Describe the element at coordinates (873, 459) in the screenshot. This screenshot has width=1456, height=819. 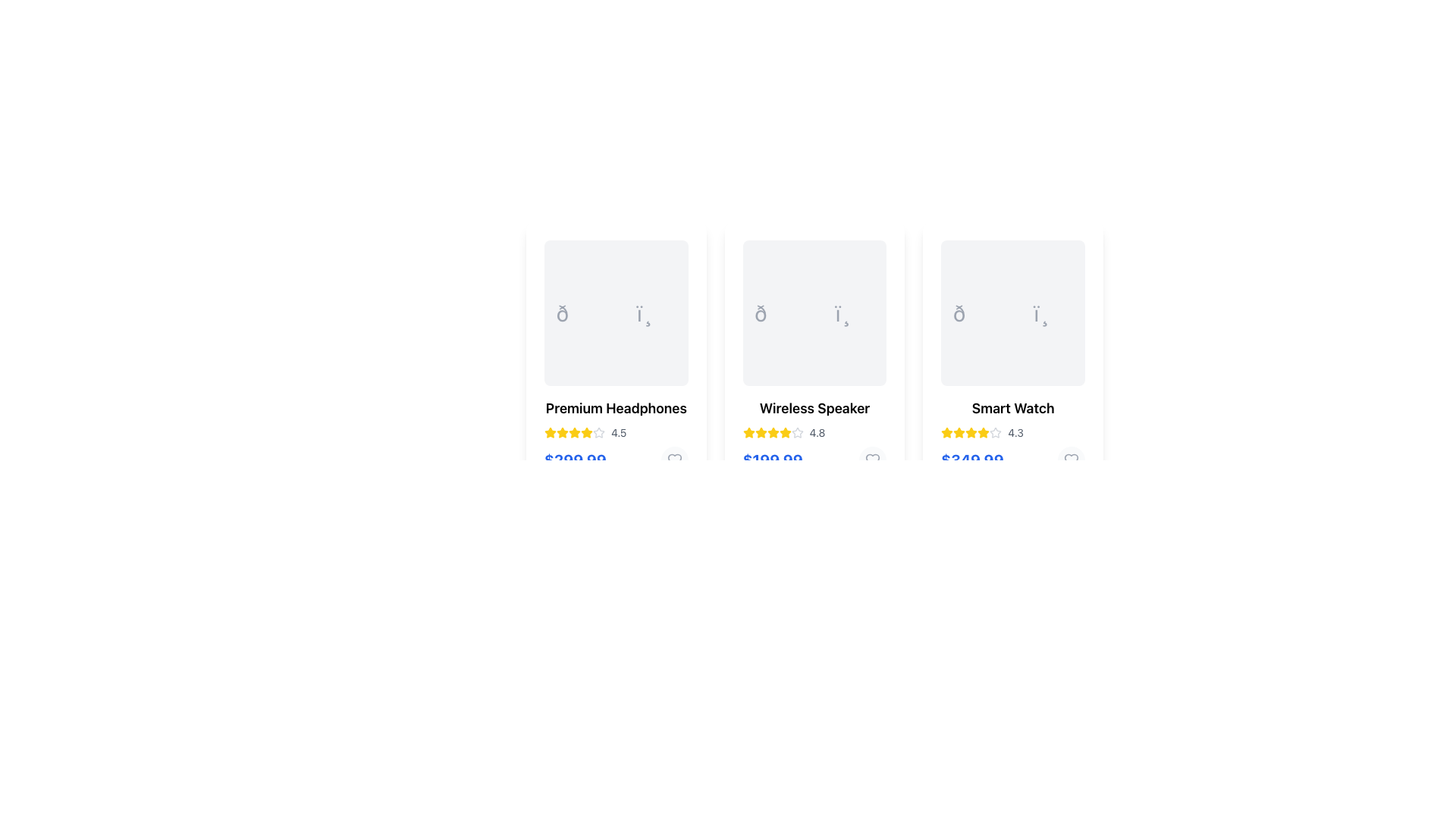
I see `the third heart icon in the horizontal row of product listings within the 'Wireless Speaker' item card to mark it as a favorite` at that location.